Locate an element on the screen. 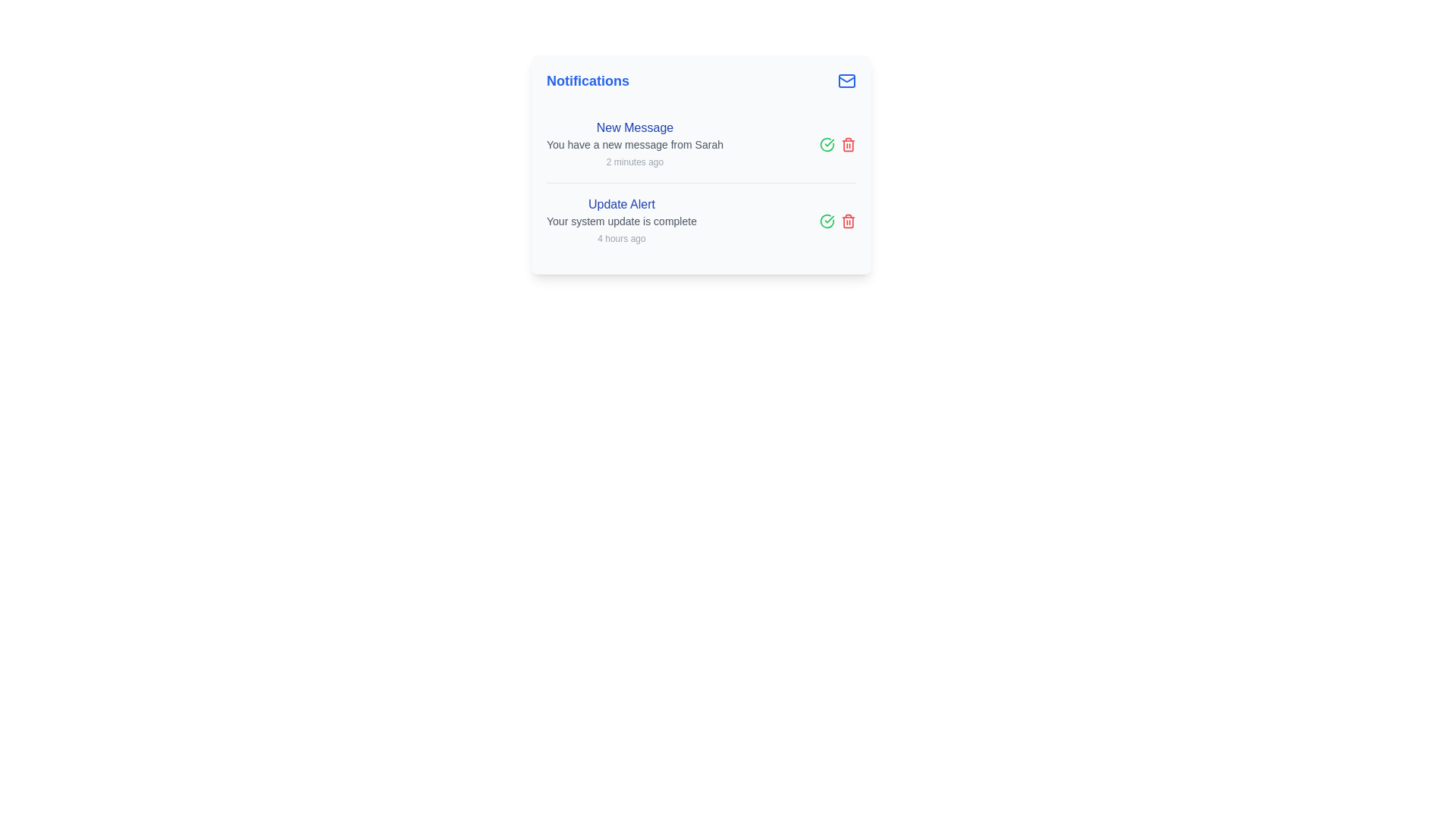 This screenshot has height=819, width=1456. the email icon located in the top-right corner of the notification box is located at coordinates (846, 81).